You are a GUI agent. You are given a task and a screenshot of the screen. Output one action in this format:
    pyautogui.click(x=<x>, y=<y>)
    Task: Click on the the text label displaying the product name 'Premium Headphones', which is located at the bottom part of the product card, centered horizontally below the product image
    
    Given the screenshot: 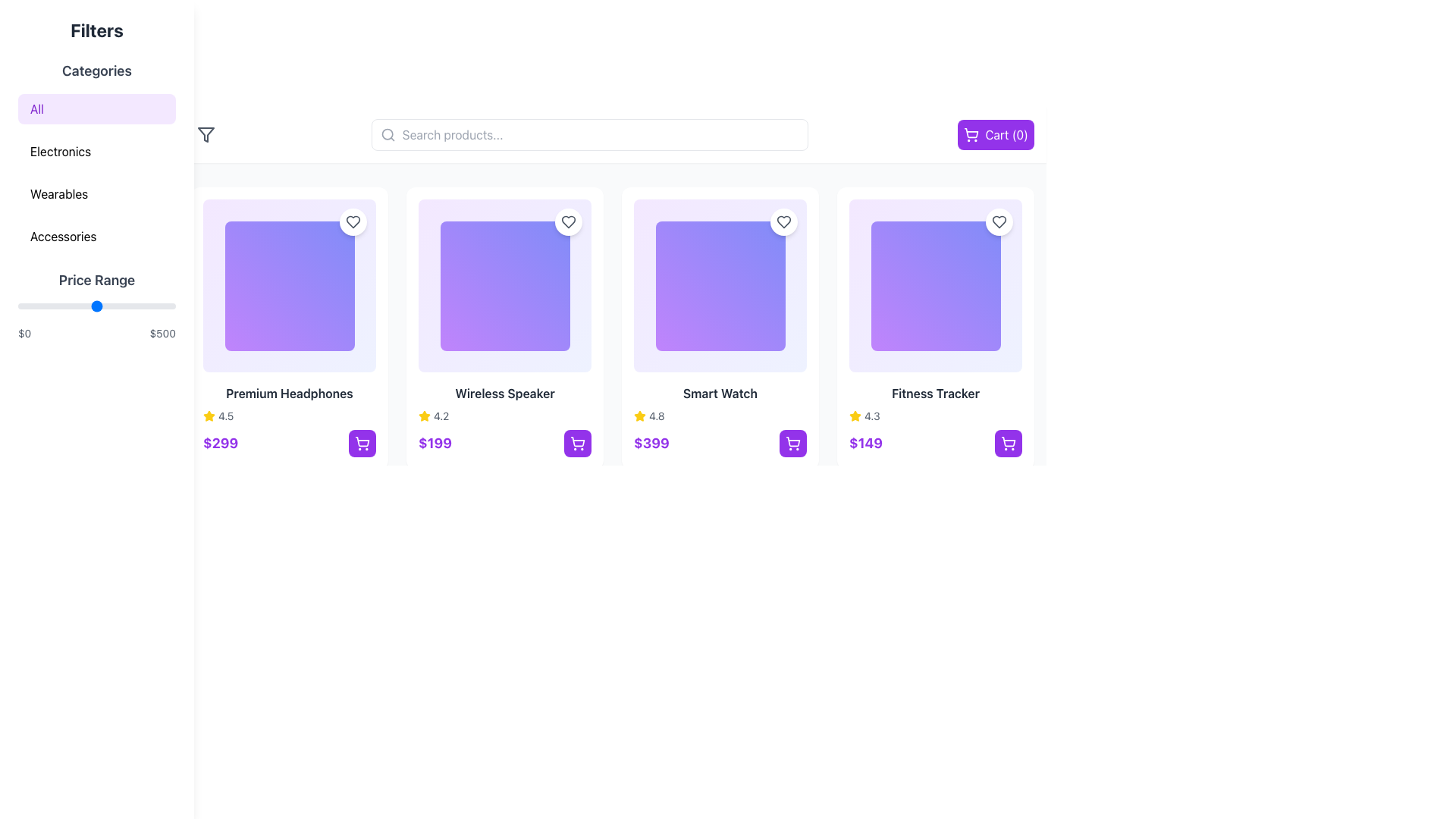 What is the action you would take?
    pyautogui.click(x=290, y=393)
    